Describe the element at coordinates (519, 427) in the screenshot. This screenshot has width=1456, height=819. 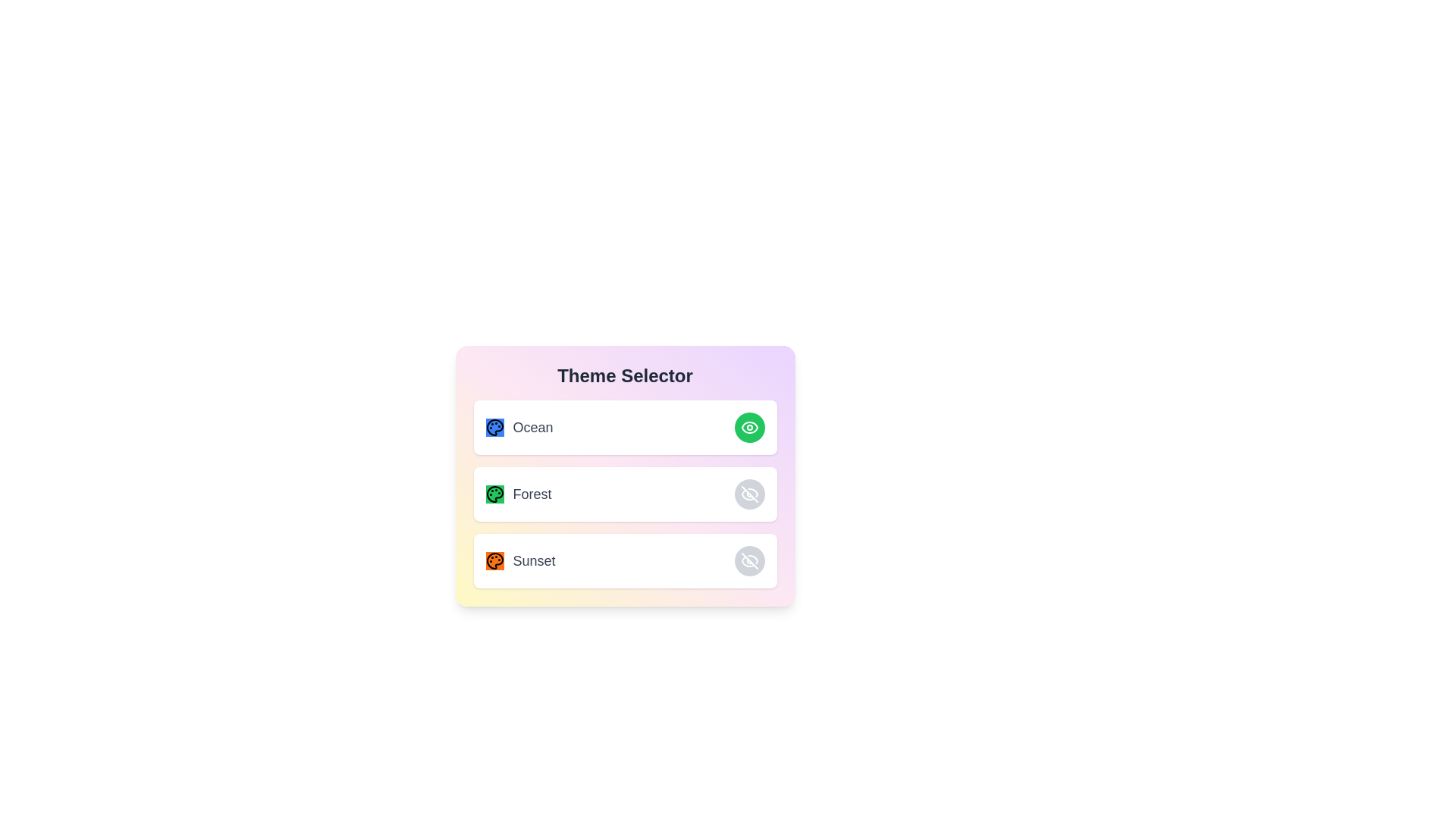
I see `the text of the theme name 'Ocean'` at that location.